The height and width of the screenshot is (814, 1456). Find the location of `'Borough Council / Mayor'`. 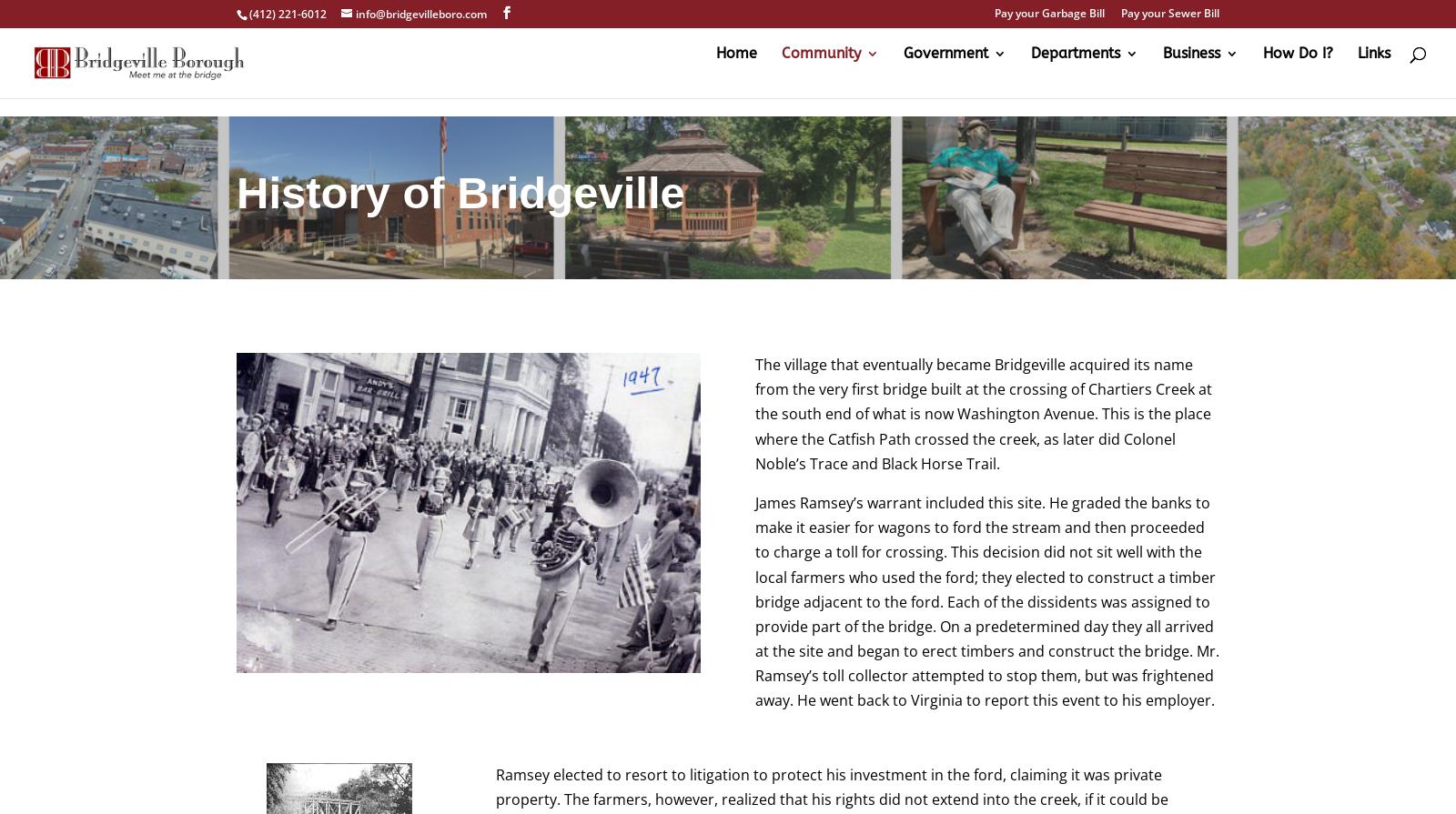

'Borough Council / Mayor' is located at coordinates (1002, 230).